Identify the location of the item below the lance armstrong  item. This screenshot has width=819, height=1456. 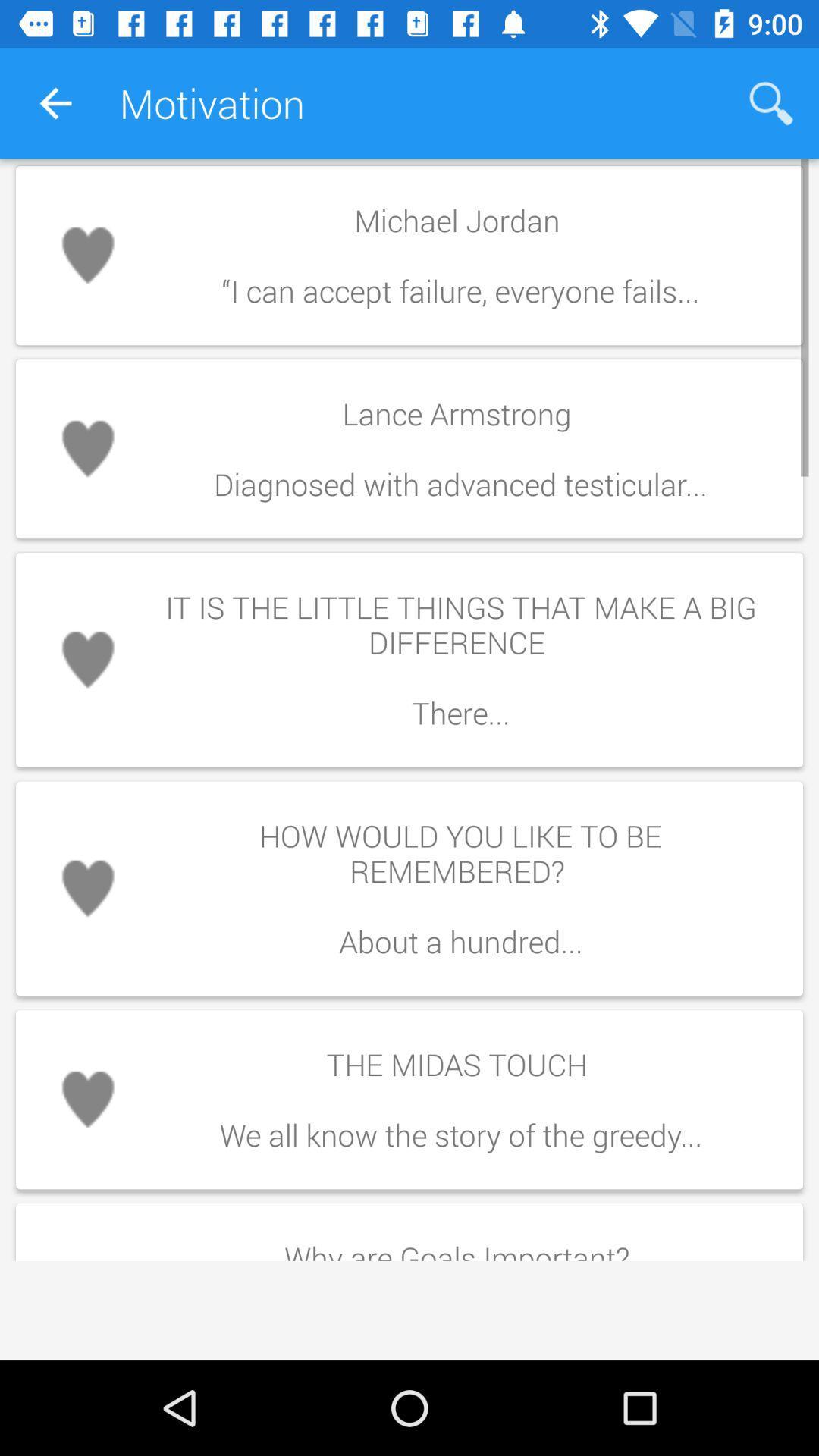
(460, 660).